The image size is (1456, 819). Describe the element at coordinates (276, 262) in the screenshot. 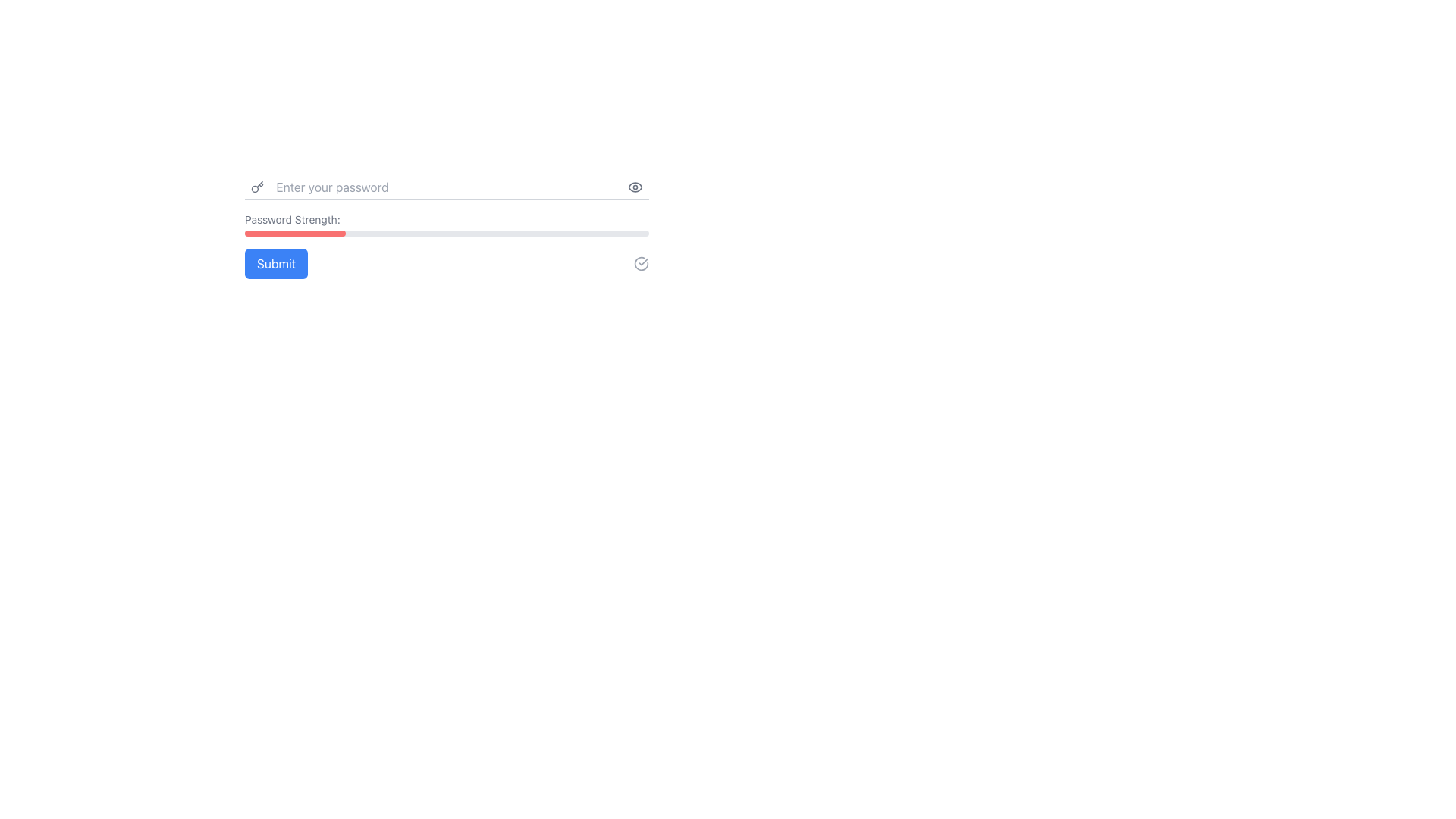

I see `the blue 'Submit' button with white text located below the 'Password Strength' label` at that location.